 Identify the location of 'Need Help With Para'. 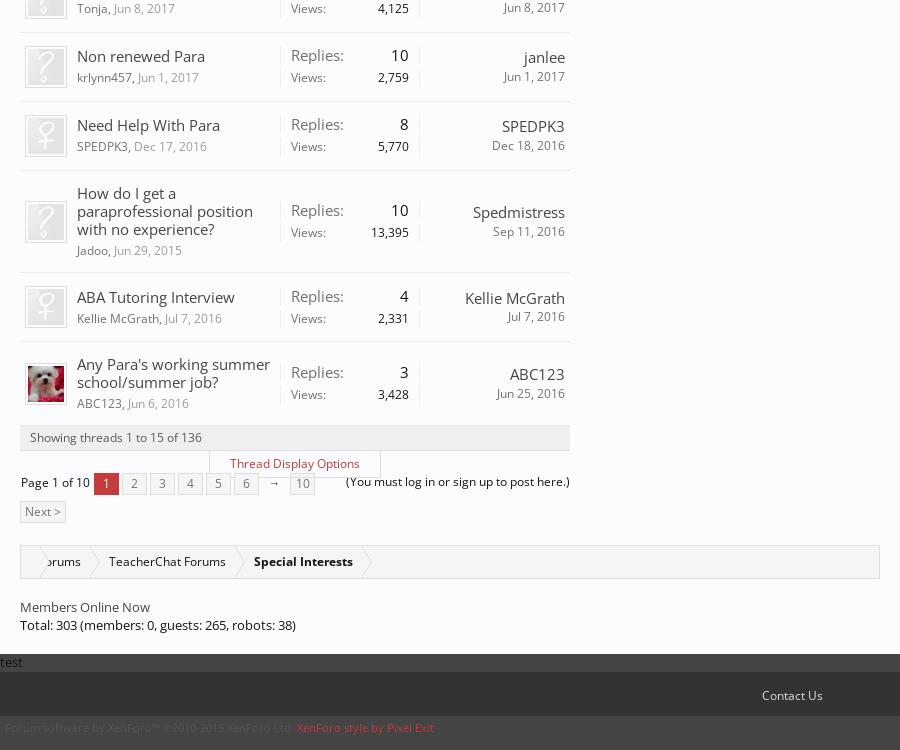
(148, 125).